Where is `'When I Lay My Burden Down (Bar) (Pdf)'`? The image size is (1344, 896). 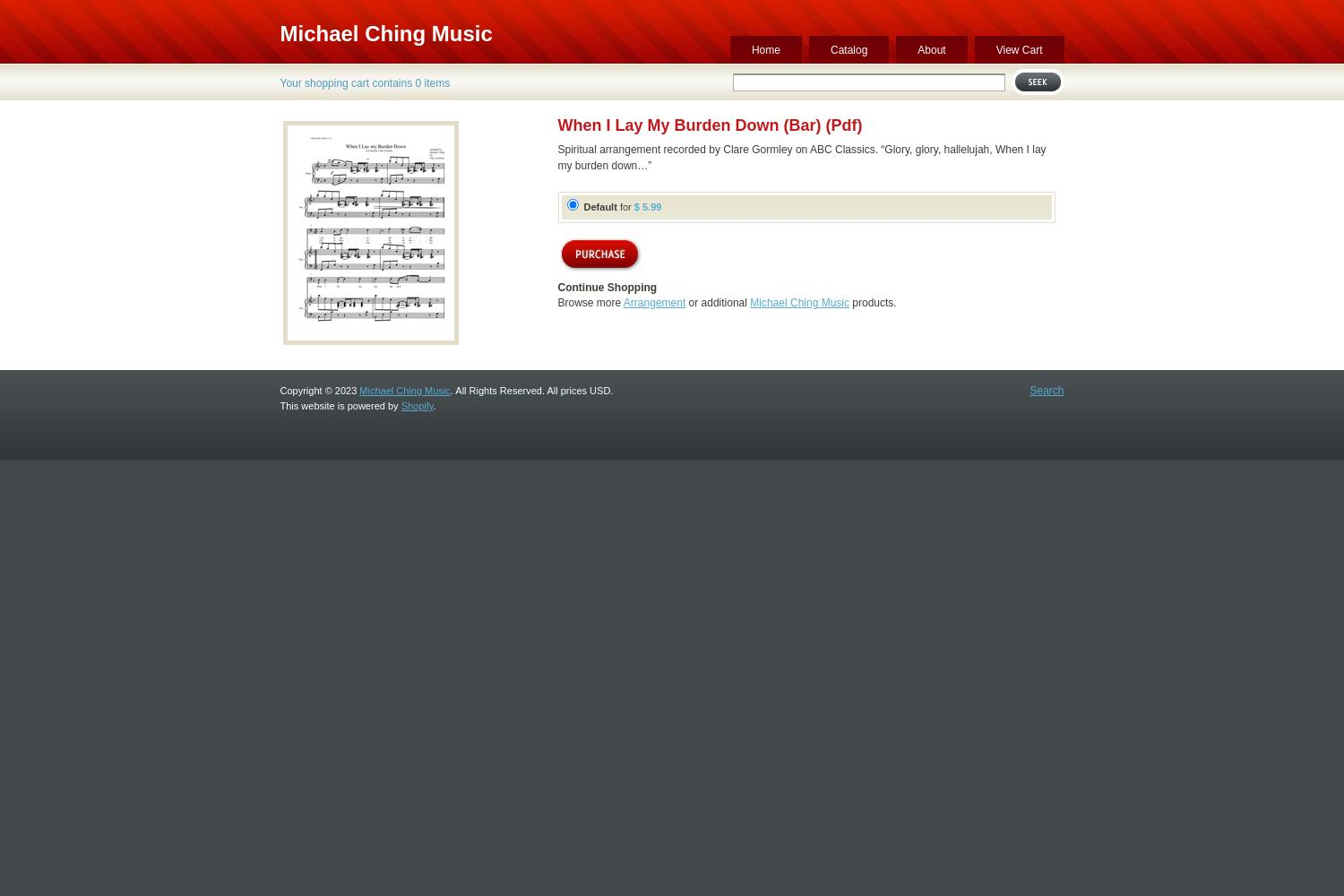 'When I Lay My Burden Down (Bar) (Pdf)' is located at coordinates (710, 125).